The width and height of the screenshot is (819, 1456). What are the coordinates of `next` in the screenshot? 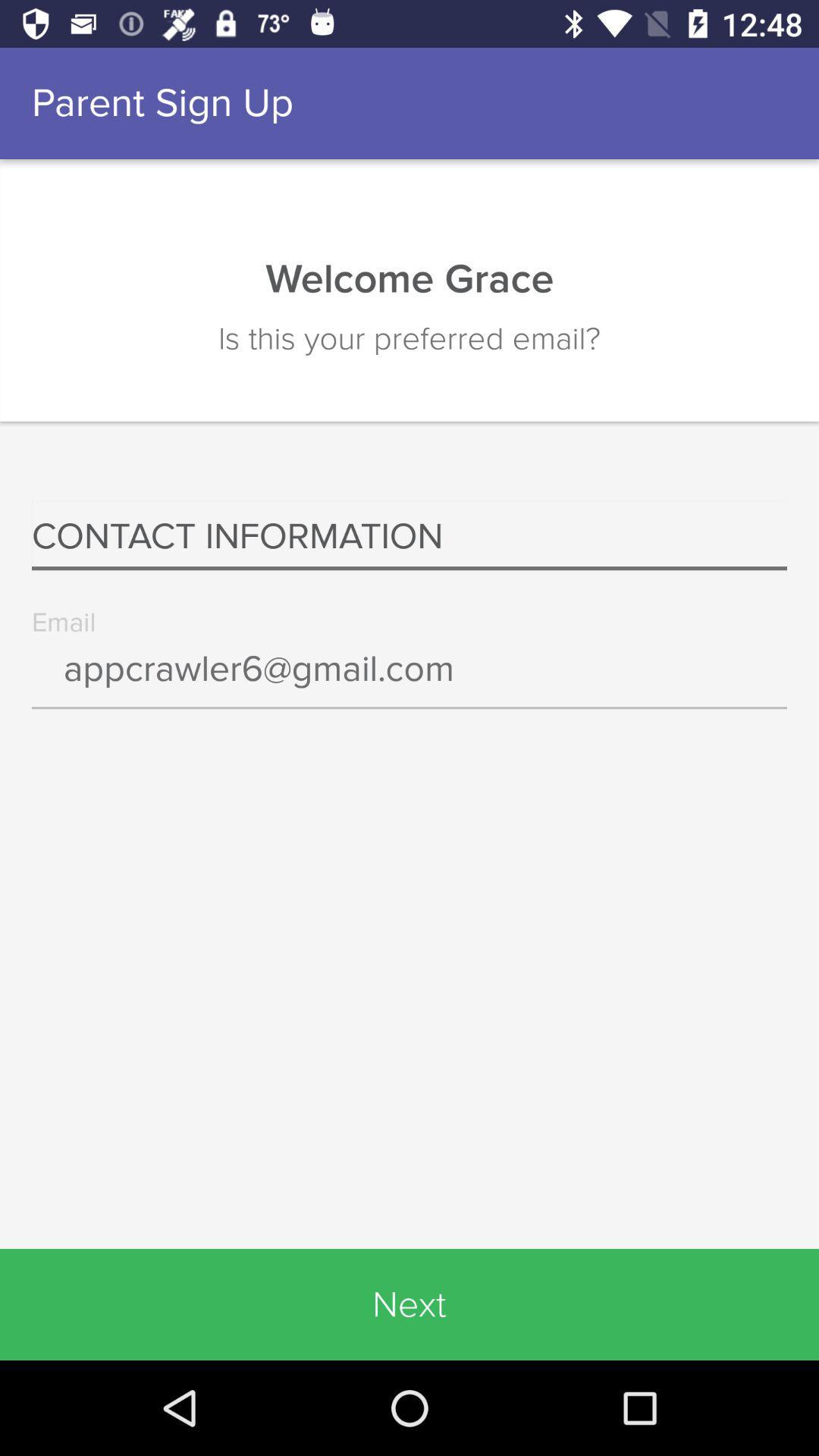 It's located at (409, 1304).